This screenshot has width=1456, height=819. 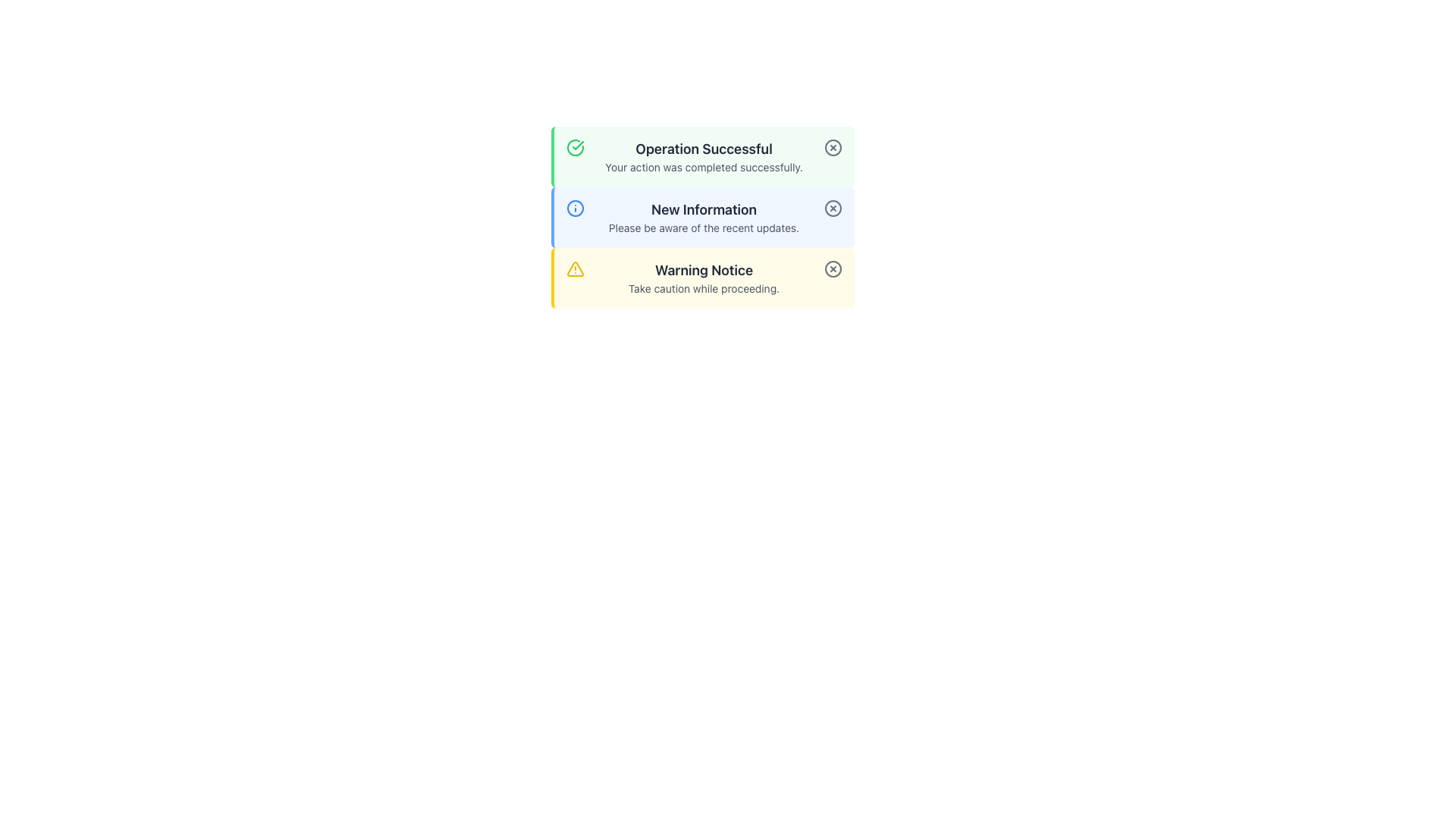 I want to click on the 'Warning Notice' text label, which is the first line of the third notification box styled in bold dark gray on a light yellow background, so click(x=703, y=270).